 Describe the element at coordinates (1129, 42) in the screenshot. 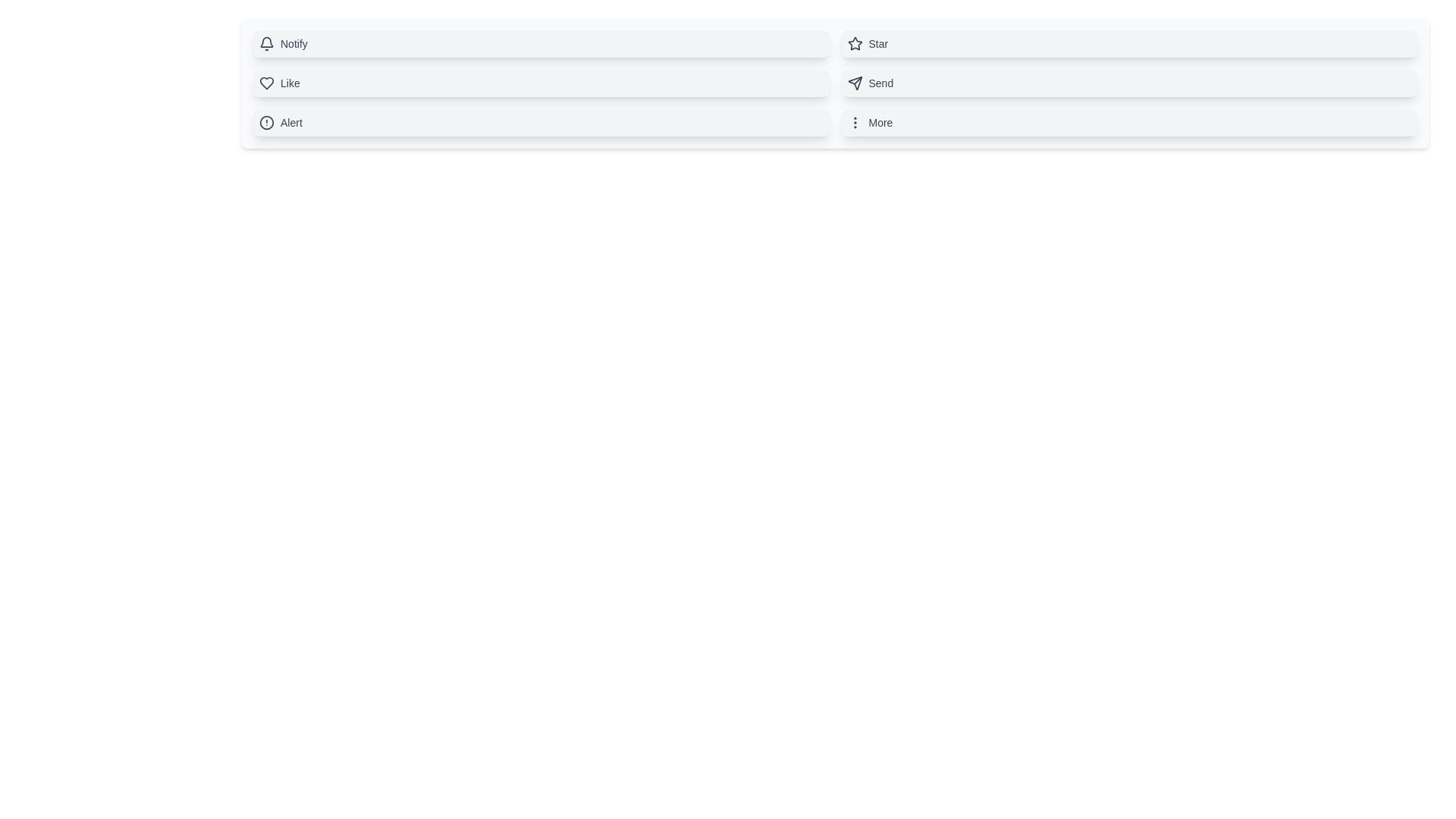

I see `the button in the second column of the first row labeled 'Star'` at that location.